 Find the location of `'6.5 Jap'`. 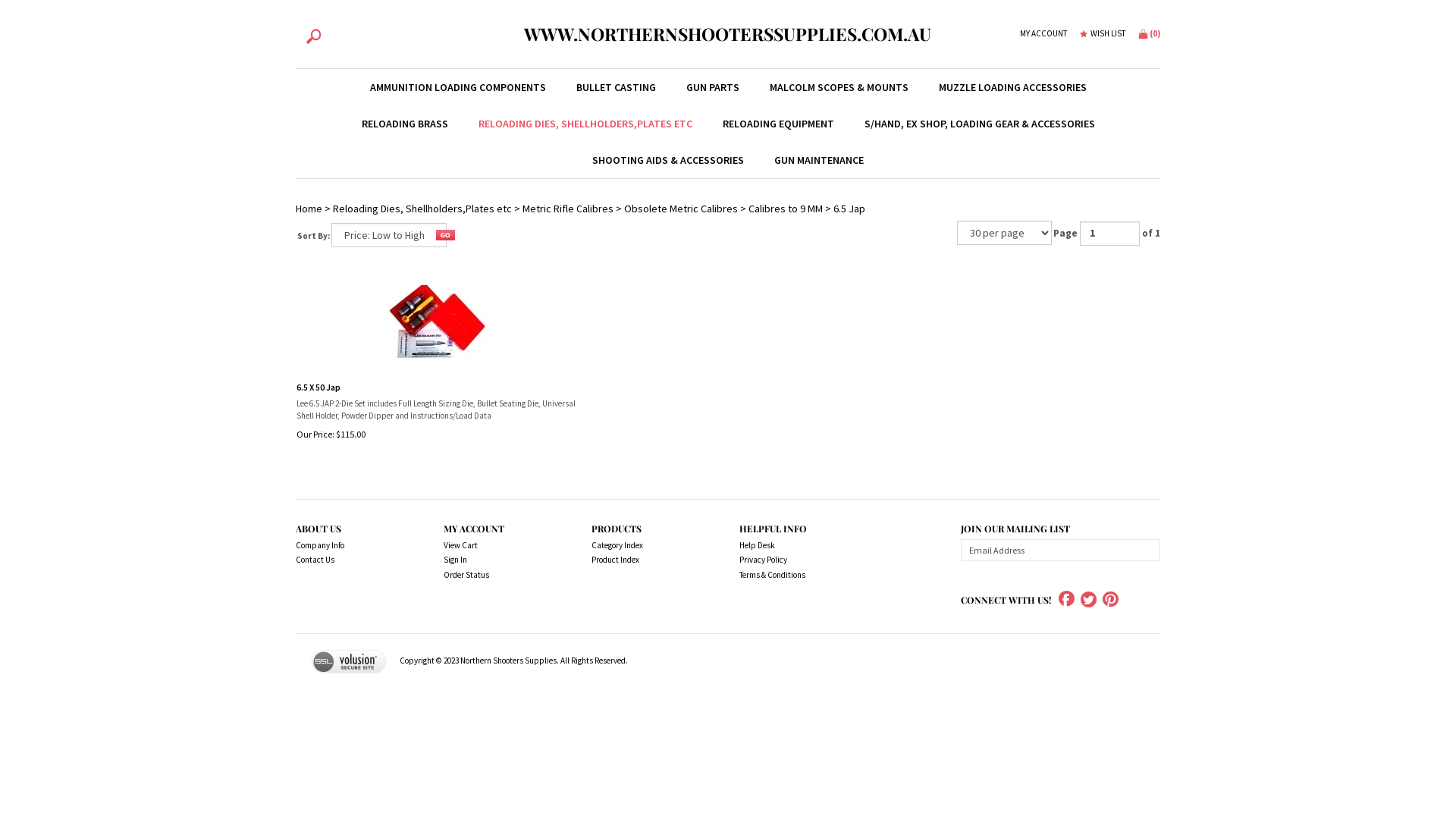

'6.5 Jap' is located at coordinates (848, 208).